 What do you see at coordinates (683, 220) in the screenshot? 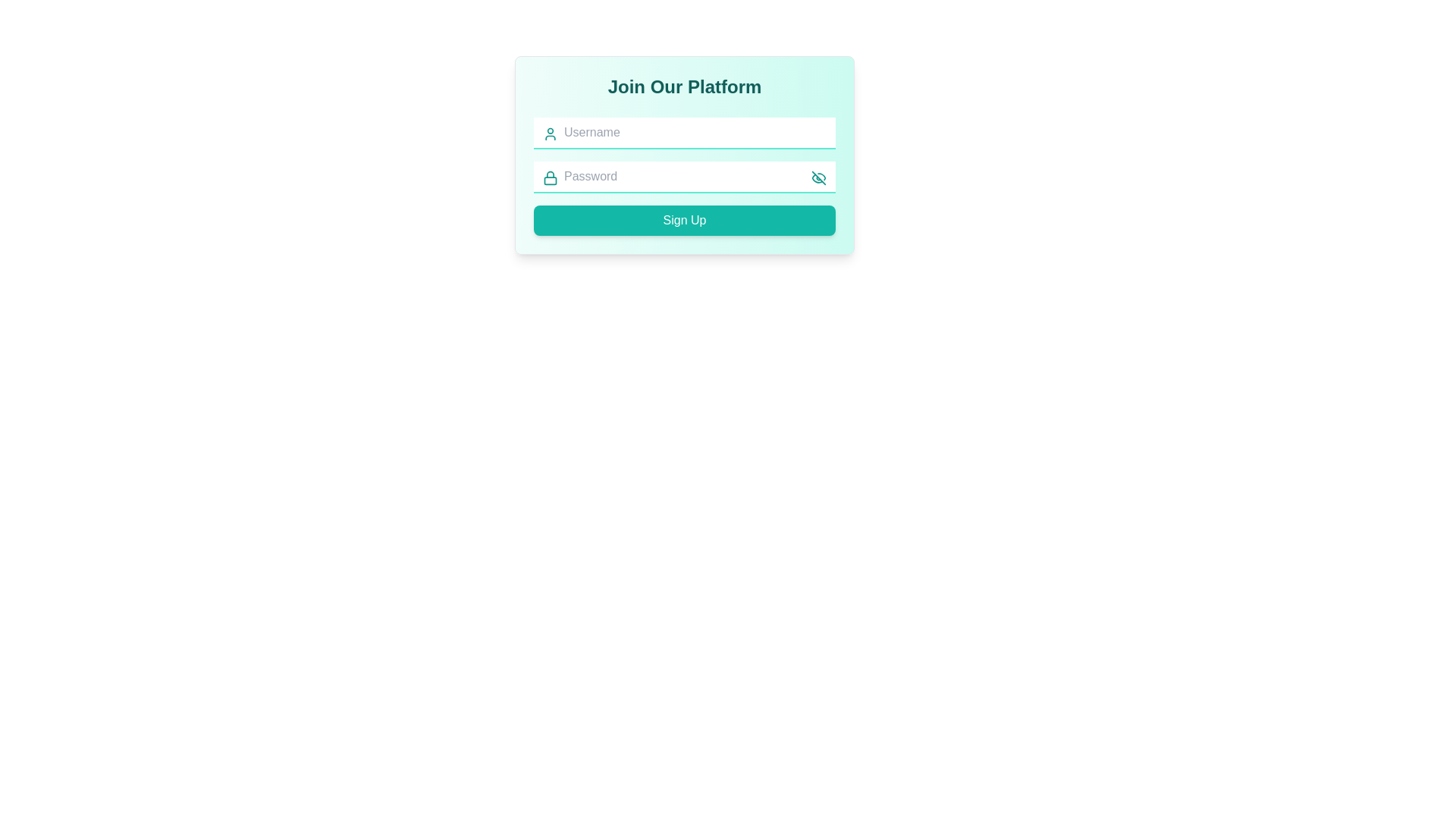
I see `the 'Sign Up' button, which has a teal background, white text, rounded corners, and a soft shadow` at bounding box center [683, 220].